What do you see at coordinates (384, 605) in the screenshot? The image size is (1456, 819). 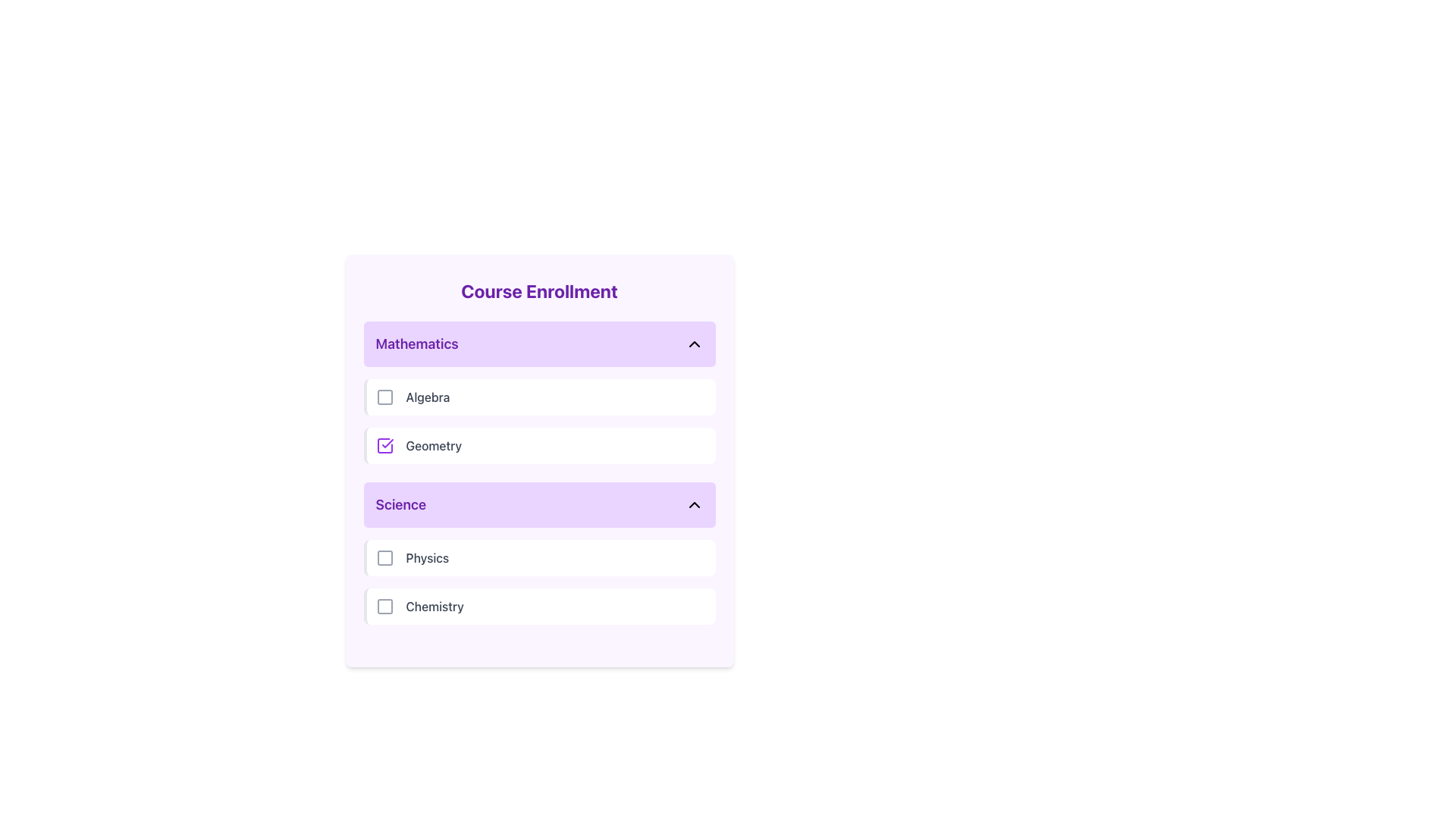 I see `the interactive checkbox for 'Chemistry'` at bounding box center [384, 605].